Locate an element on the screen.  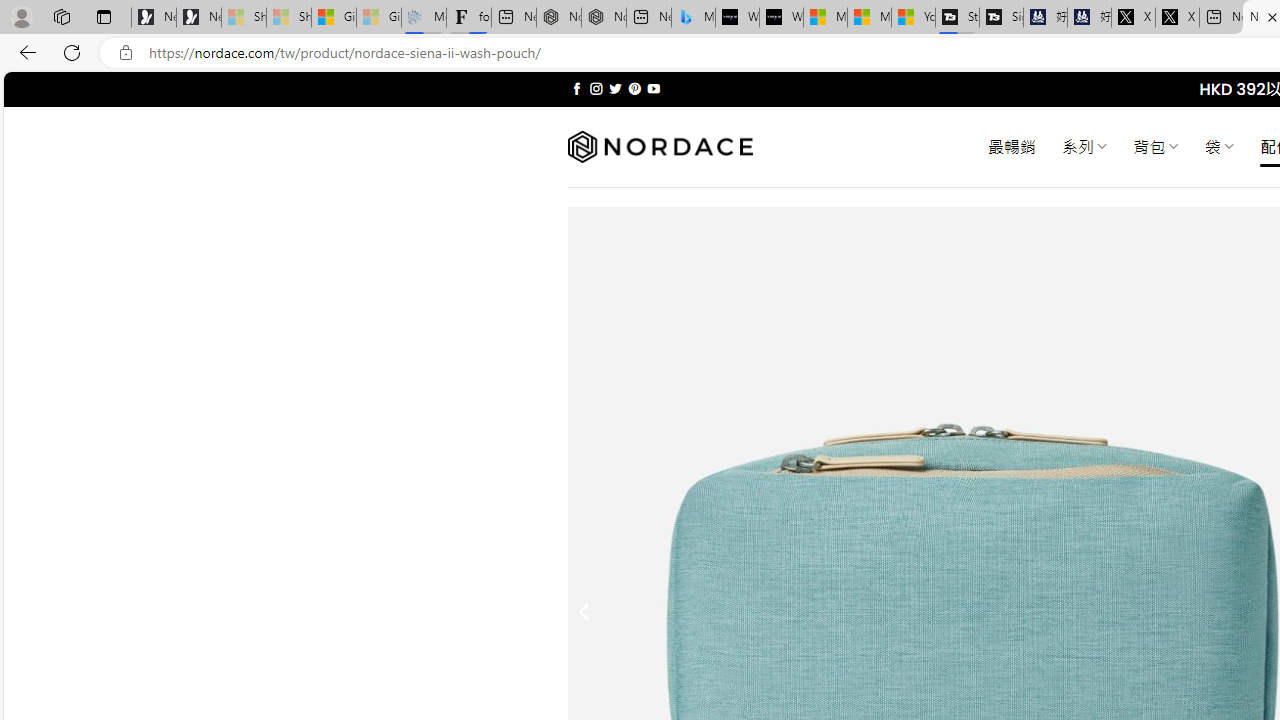
'Follow on Instagram' is located at coordinates (595, 88).